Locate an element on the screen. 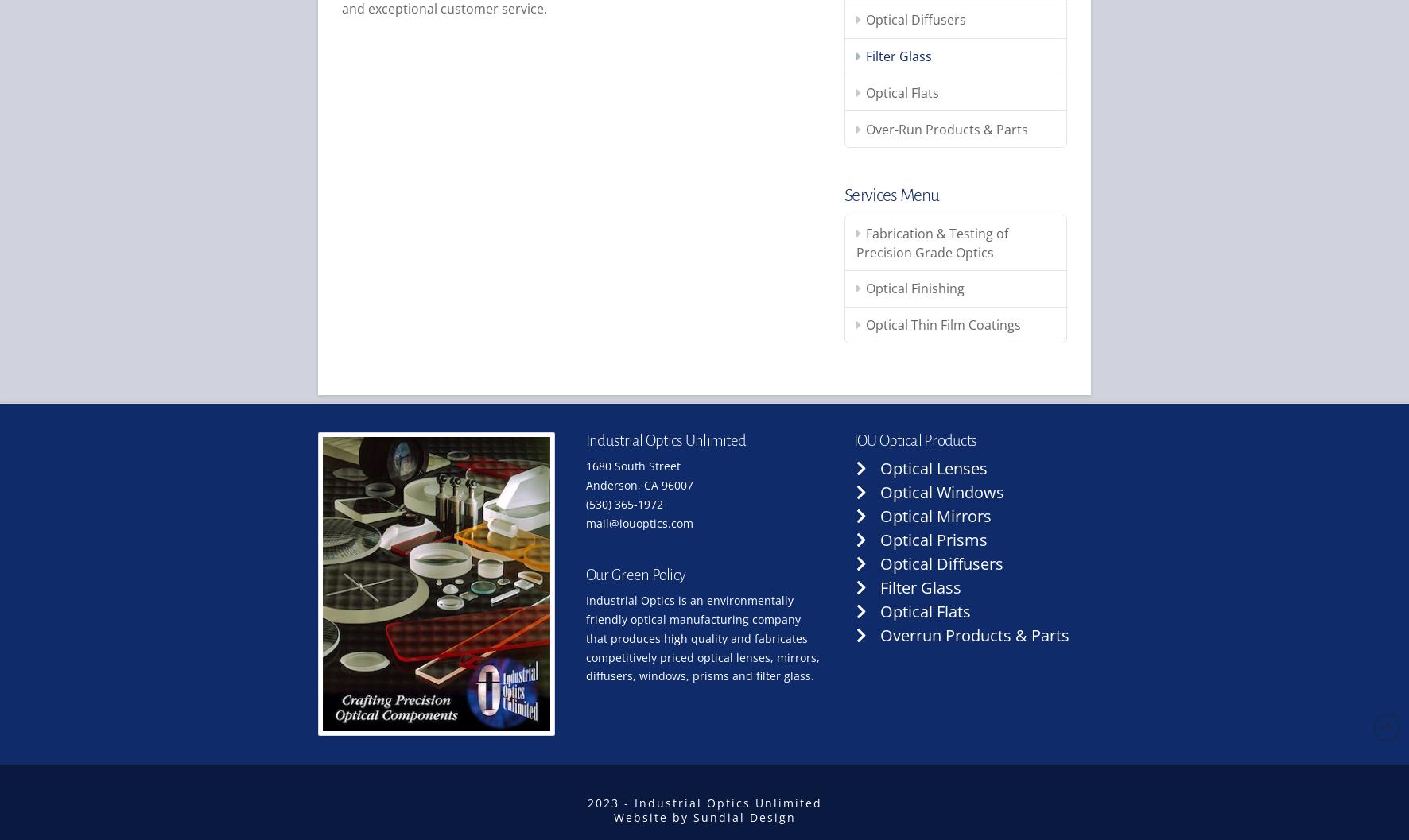  'Industrial Optics Unlimited' is located at coordinates (665, 439).